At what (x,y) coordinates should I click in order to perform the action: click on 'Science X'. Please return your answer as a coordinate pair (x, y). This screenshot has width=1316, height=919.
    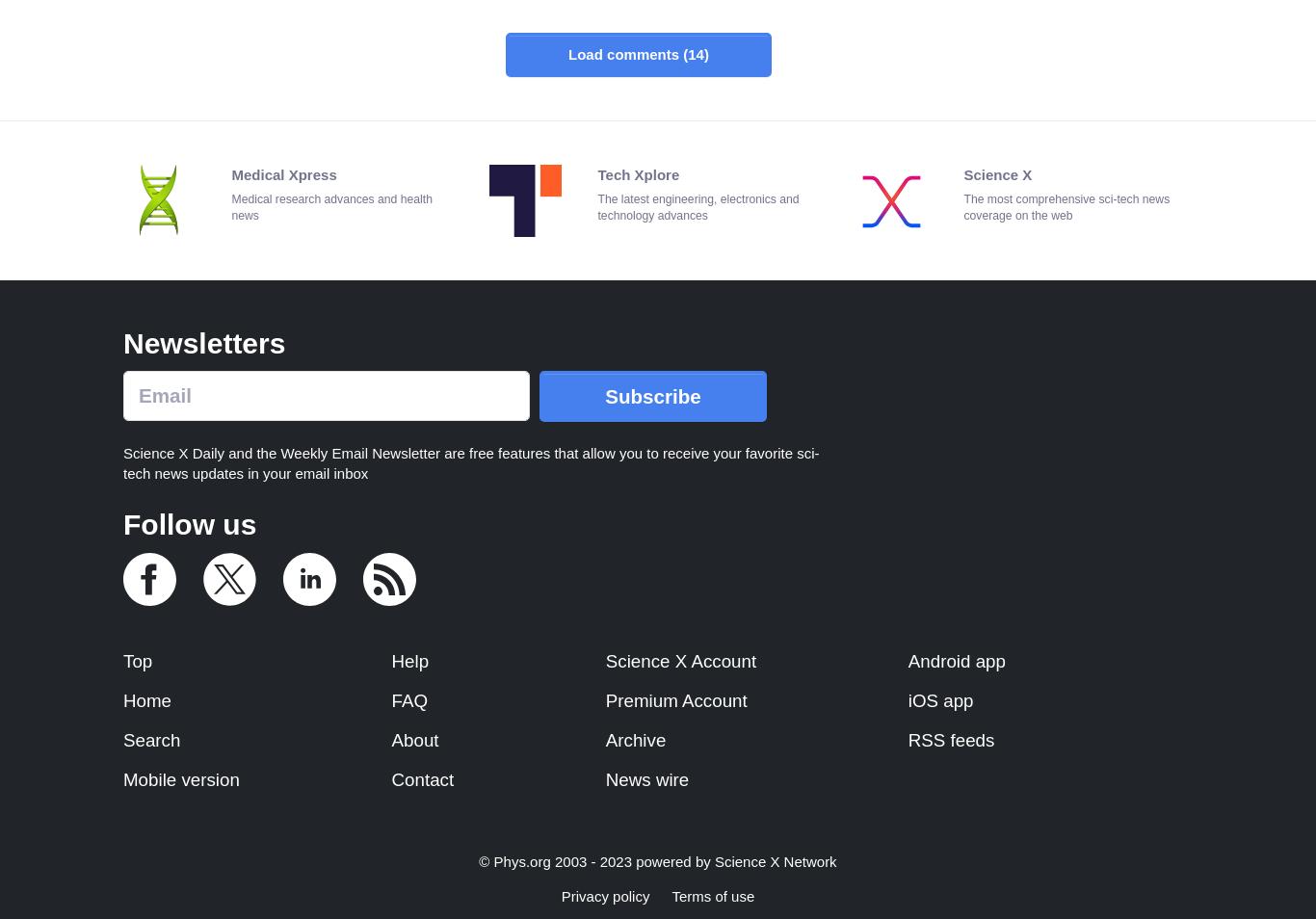
    Looking at the image, I should click on (996, 172).